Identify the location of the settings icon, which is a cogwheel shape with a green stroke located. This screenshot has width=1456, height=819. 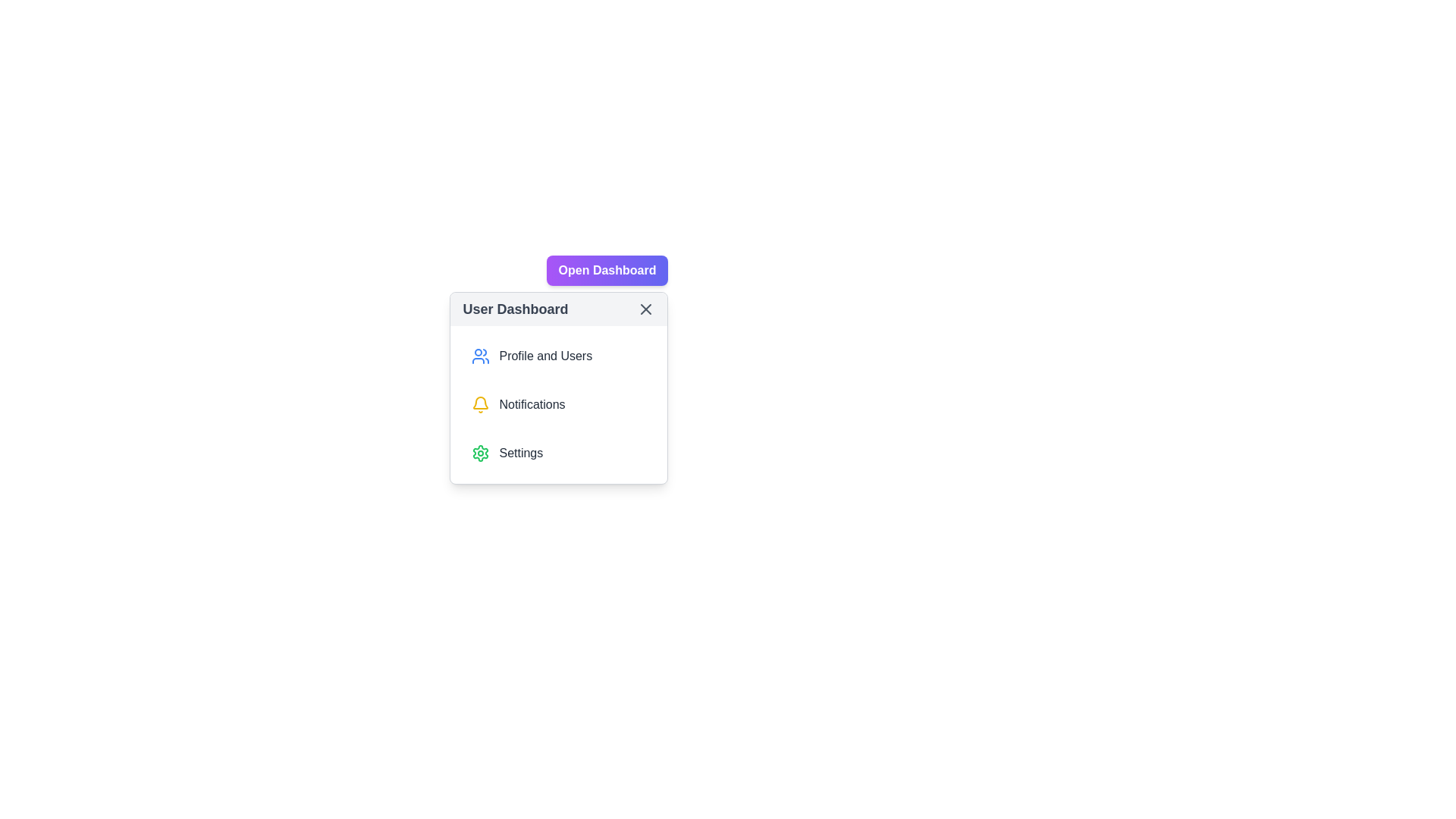
(480, 452).